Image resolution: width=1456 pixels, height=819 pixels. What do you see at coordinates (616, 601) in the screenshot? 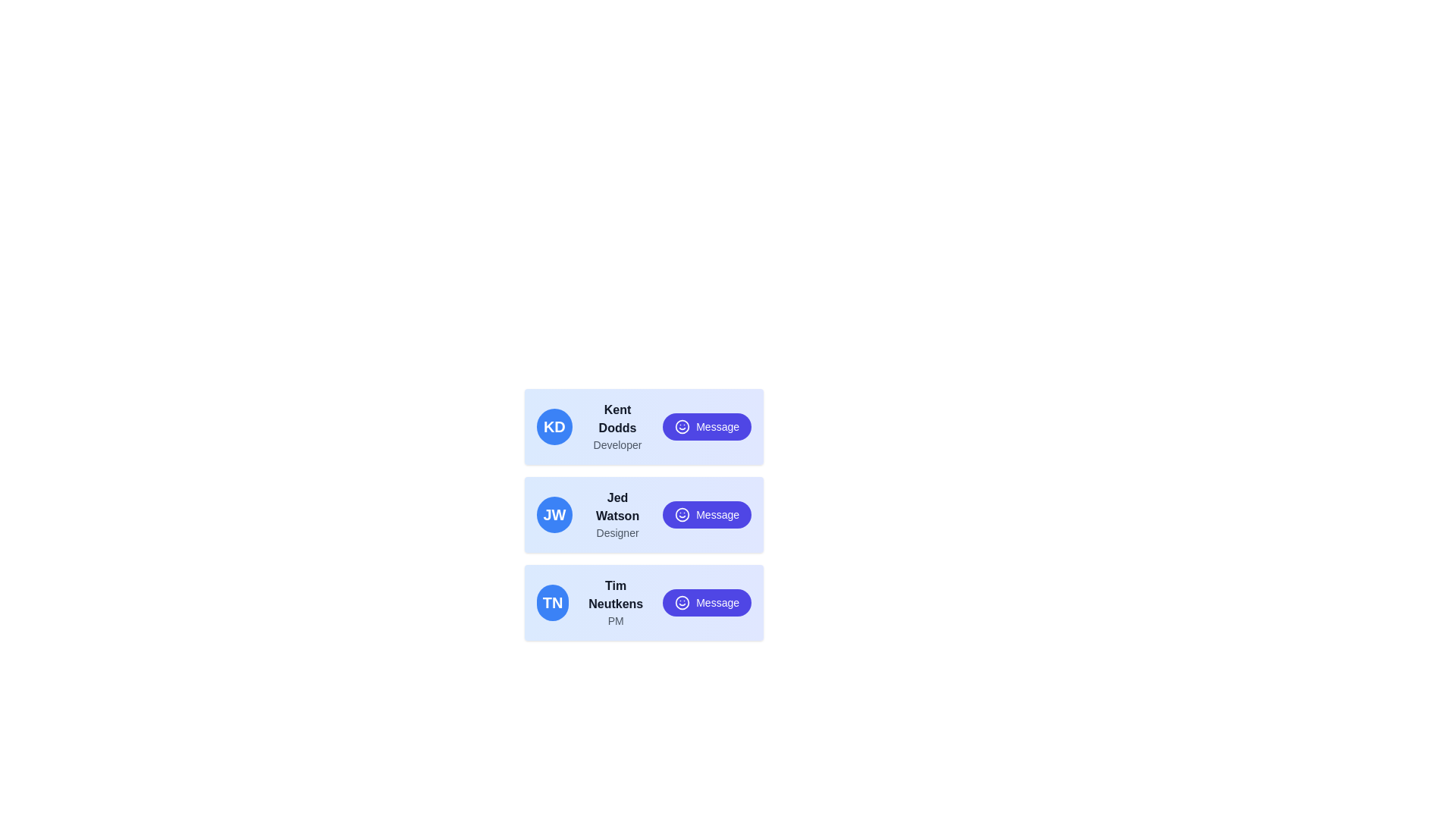
I see `the text block displaying the name and role of an individual within the third card, located in the middle-right section next to the circular initials 'TN' and to the left of the 'Message' button` at bounding box center [616, 601].